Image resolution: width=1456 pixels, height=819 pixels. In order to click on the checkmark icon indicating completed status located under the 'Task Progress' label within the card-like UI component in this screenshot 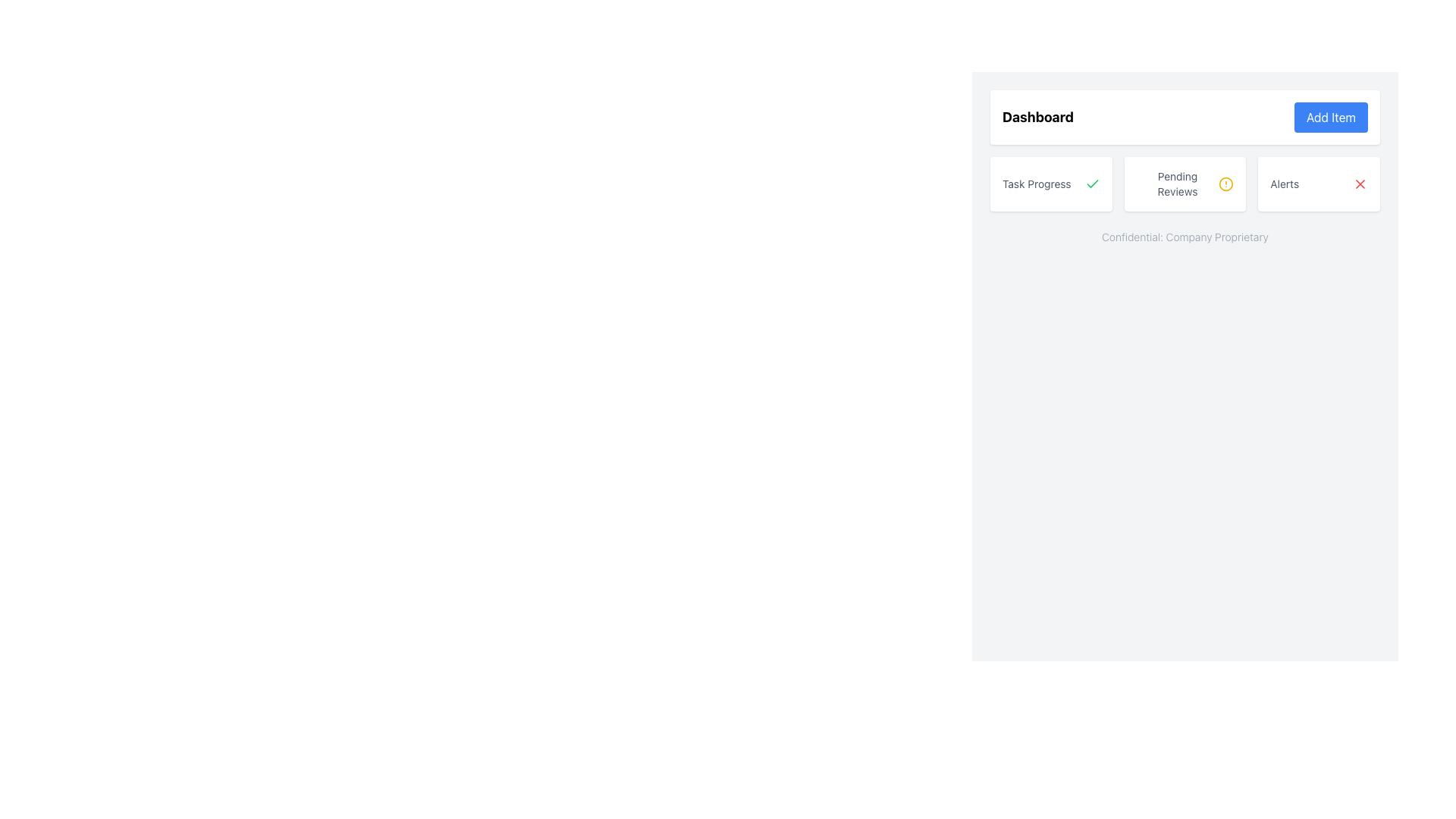, I will do `click(1092, 183)`.